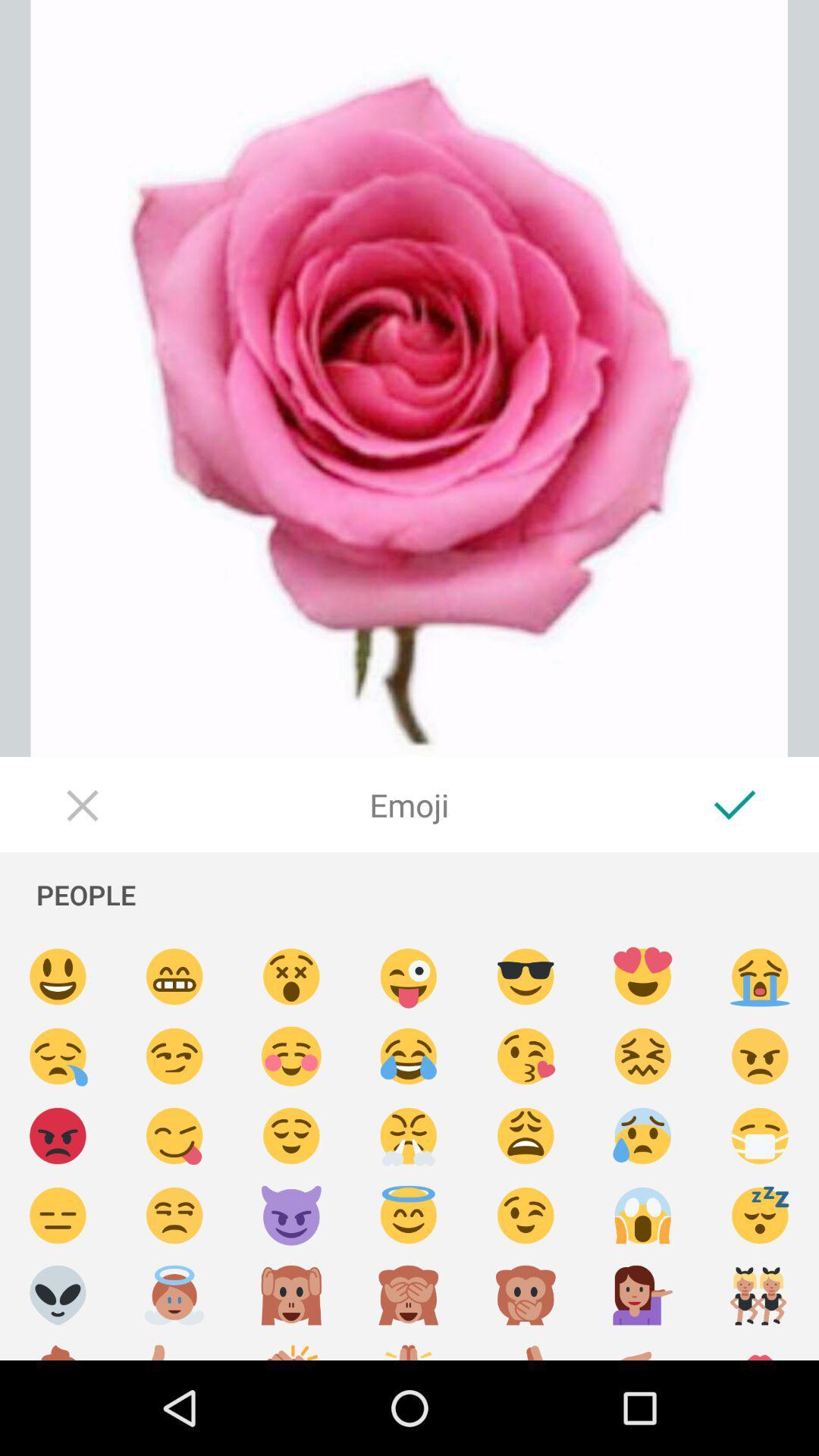 This screenshot has width=819, height=1456. I want to click on an emoji, so click(408, 977).